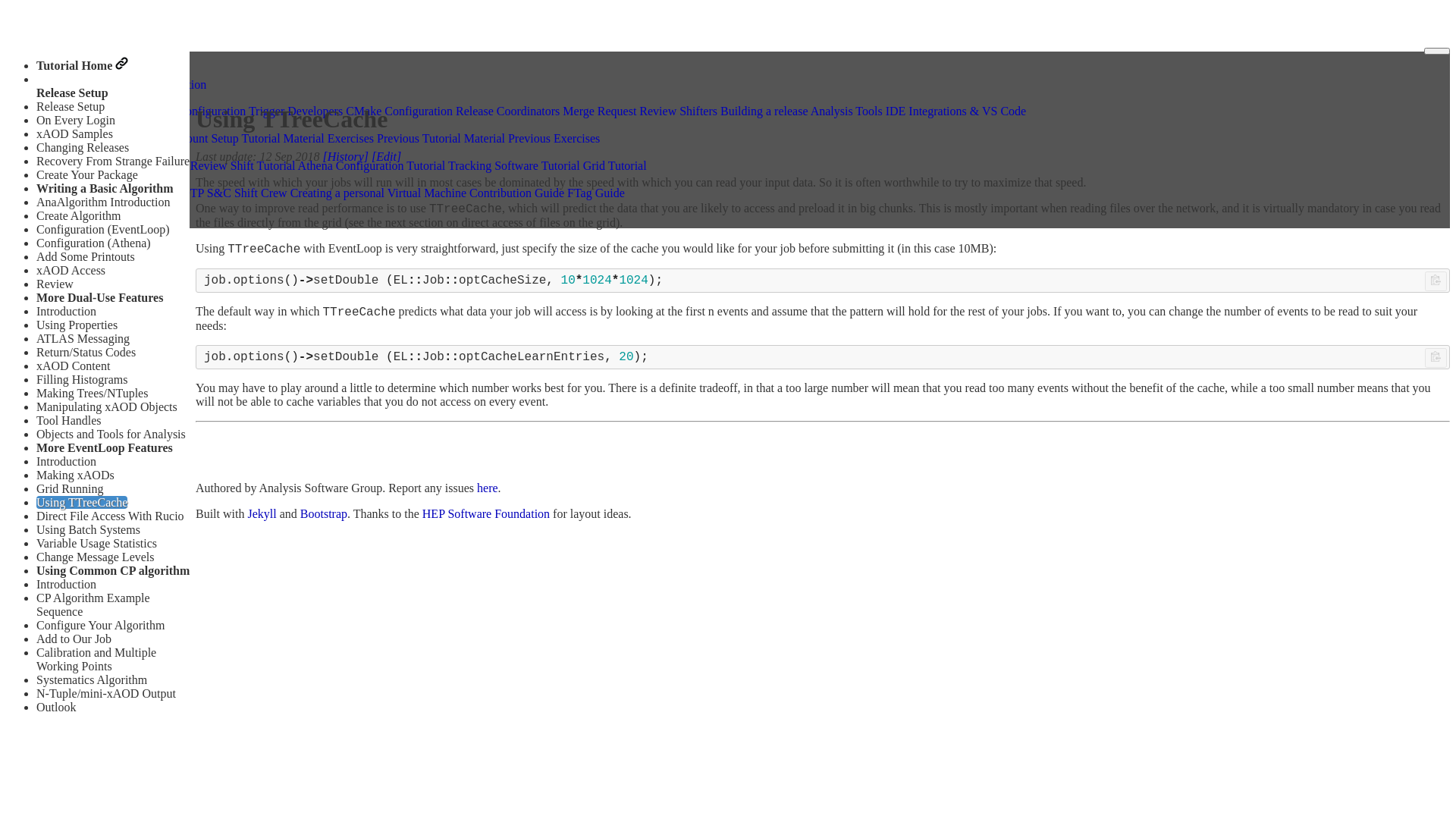  Describe the element at coordinates (295, 110) in the screenshot. I see `'Trigger Developers'` at that location.